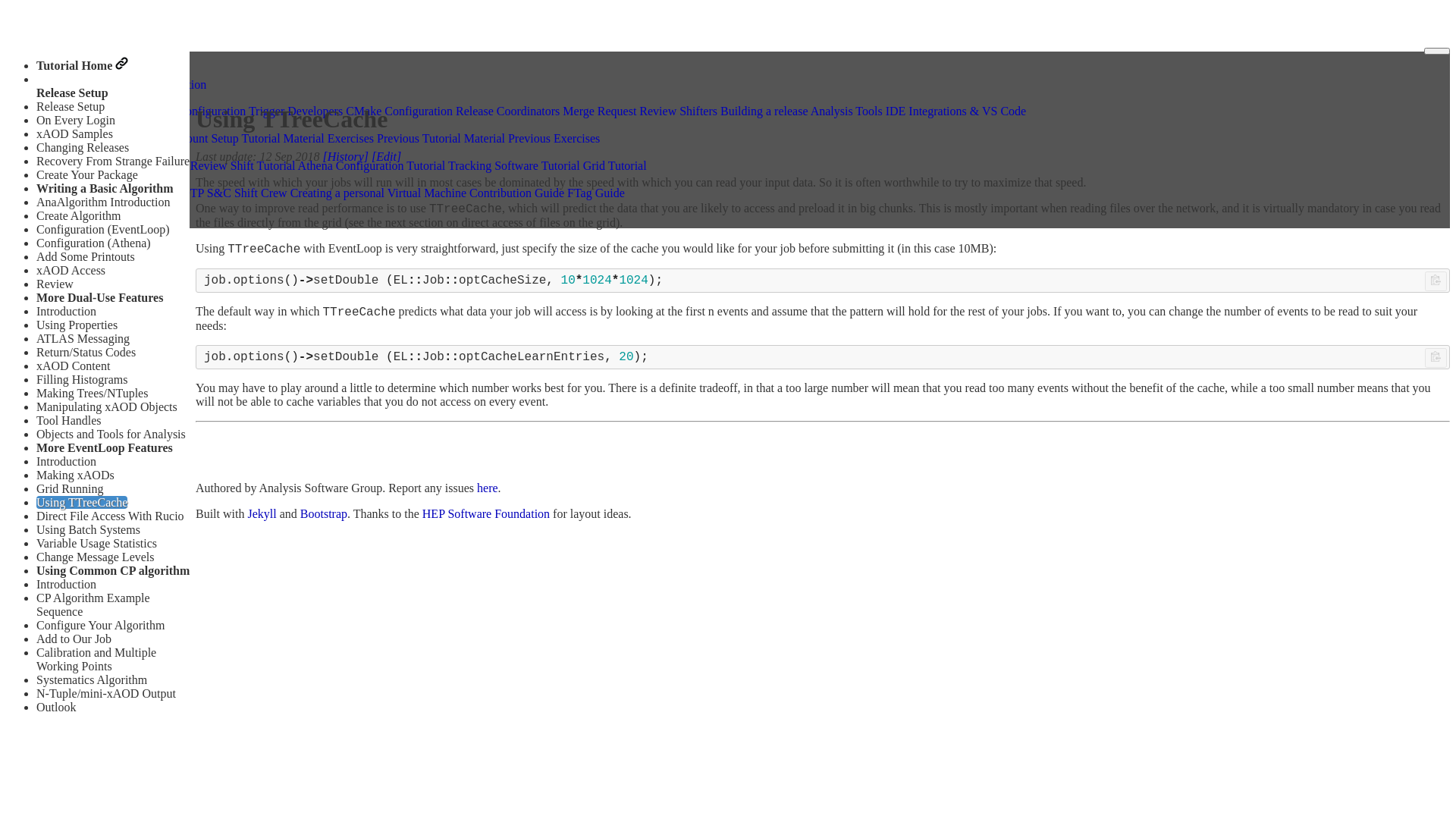  Describe the element at coordinates (295, 110) in the screenshot. I see `'Trigger Developers'` at that location.